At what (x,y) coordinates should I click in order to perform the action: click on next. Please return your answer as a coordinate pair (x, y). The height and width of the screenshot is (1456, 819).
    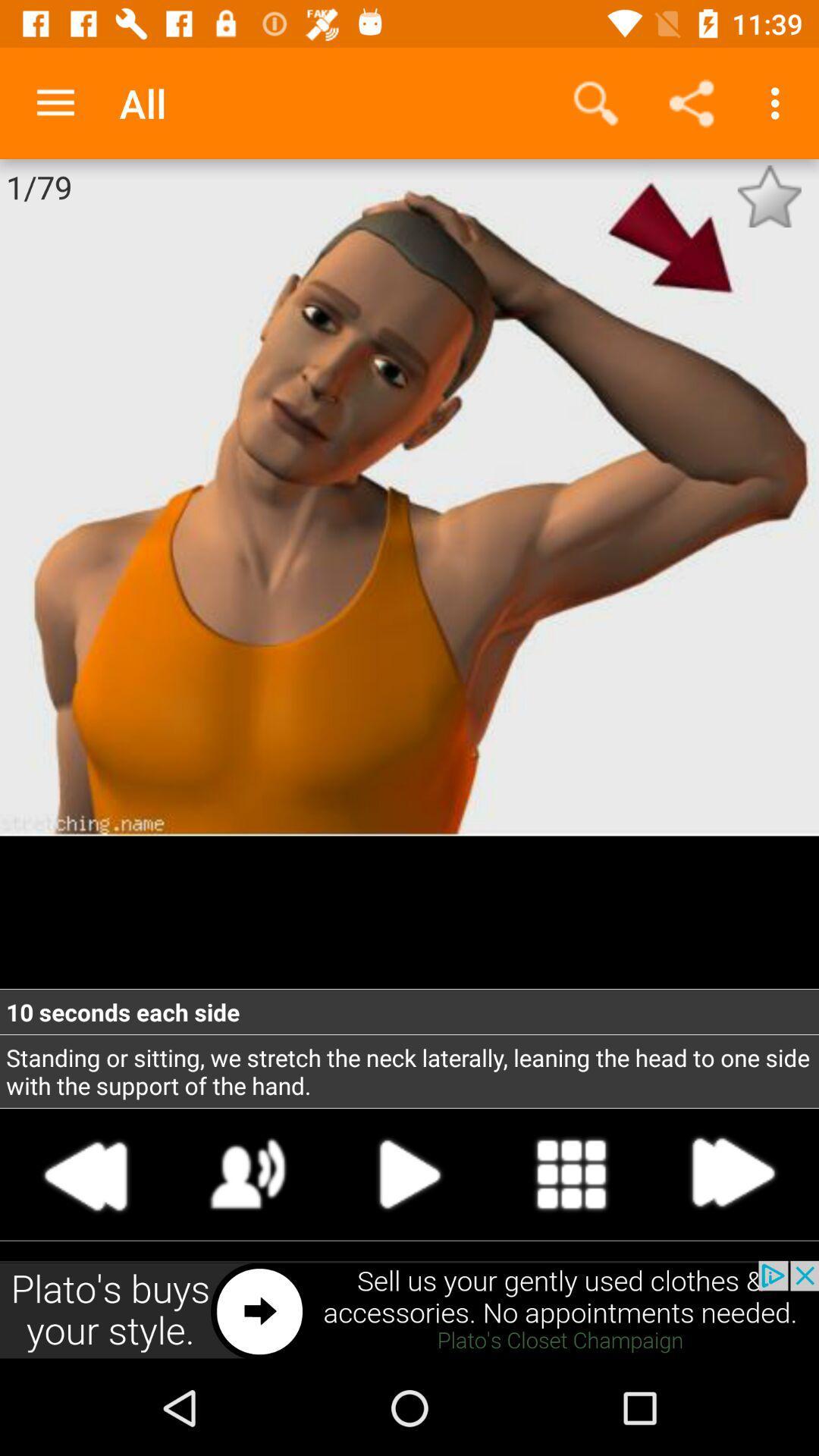
    Looking at the image, I should click on (731, 1173).